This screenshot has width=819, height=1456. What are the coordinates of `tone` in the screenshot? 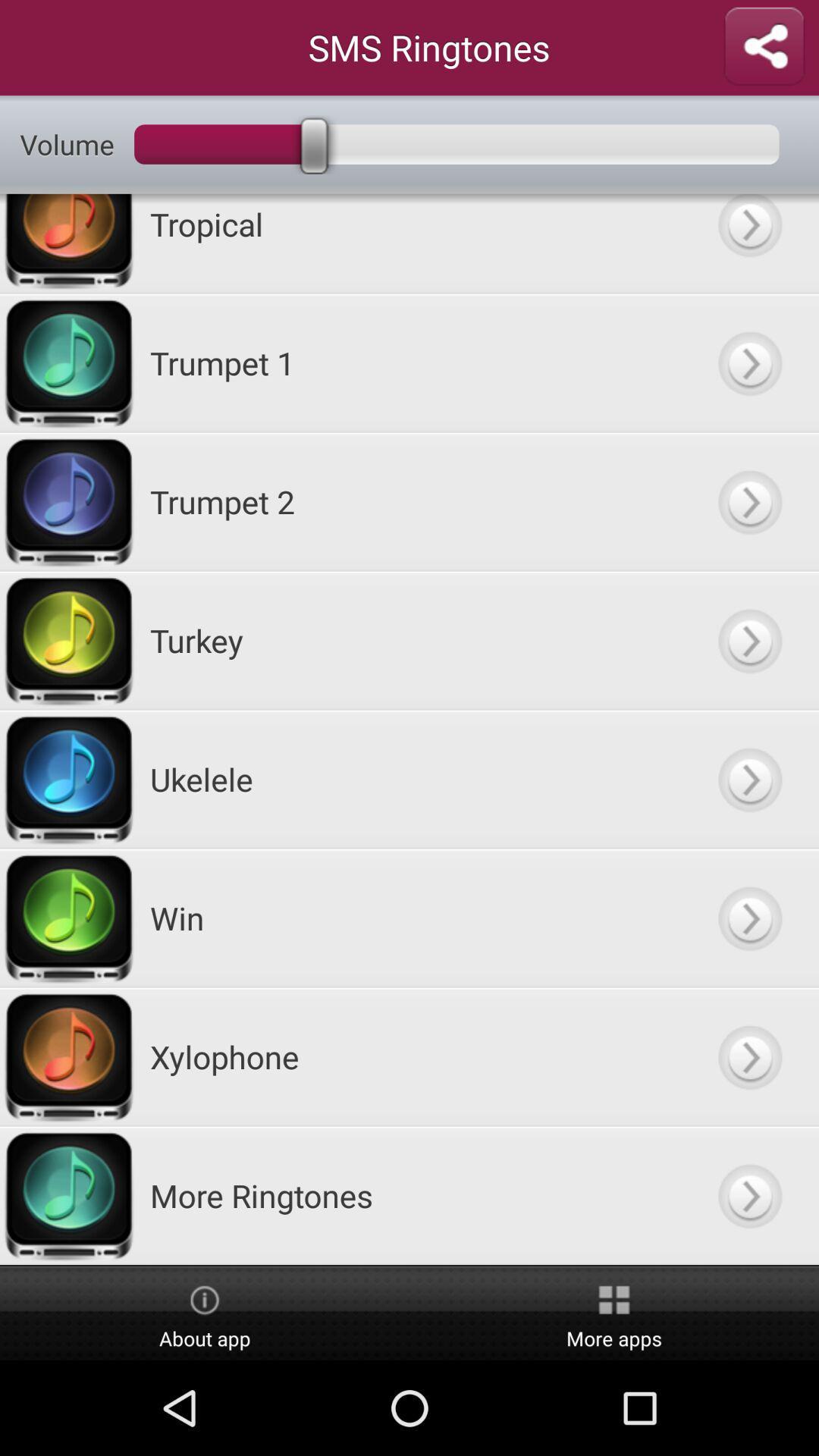 It's located at (748, 362).